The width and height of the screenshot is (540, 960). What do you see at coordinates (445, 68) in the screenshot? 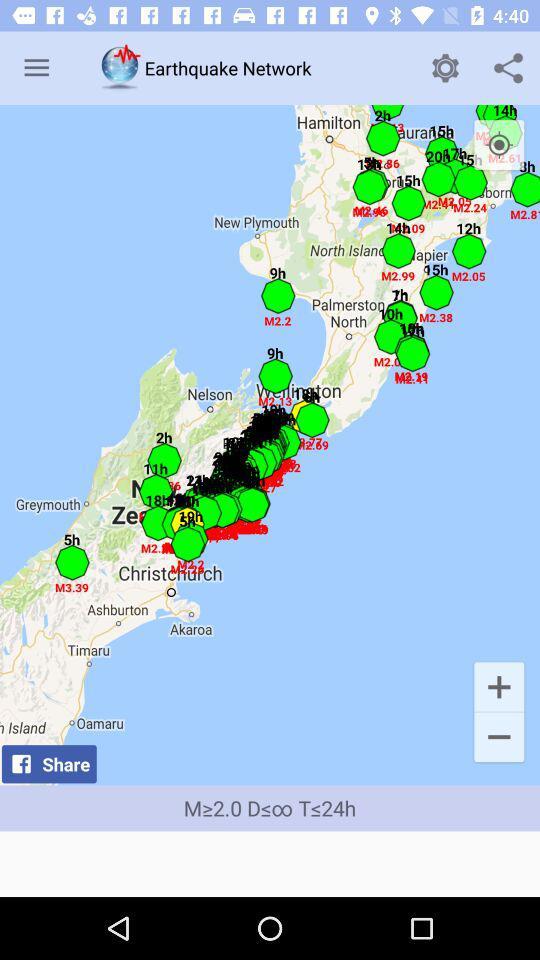
I see `item next to earthquake network icon` at bounding box center [445, 68].